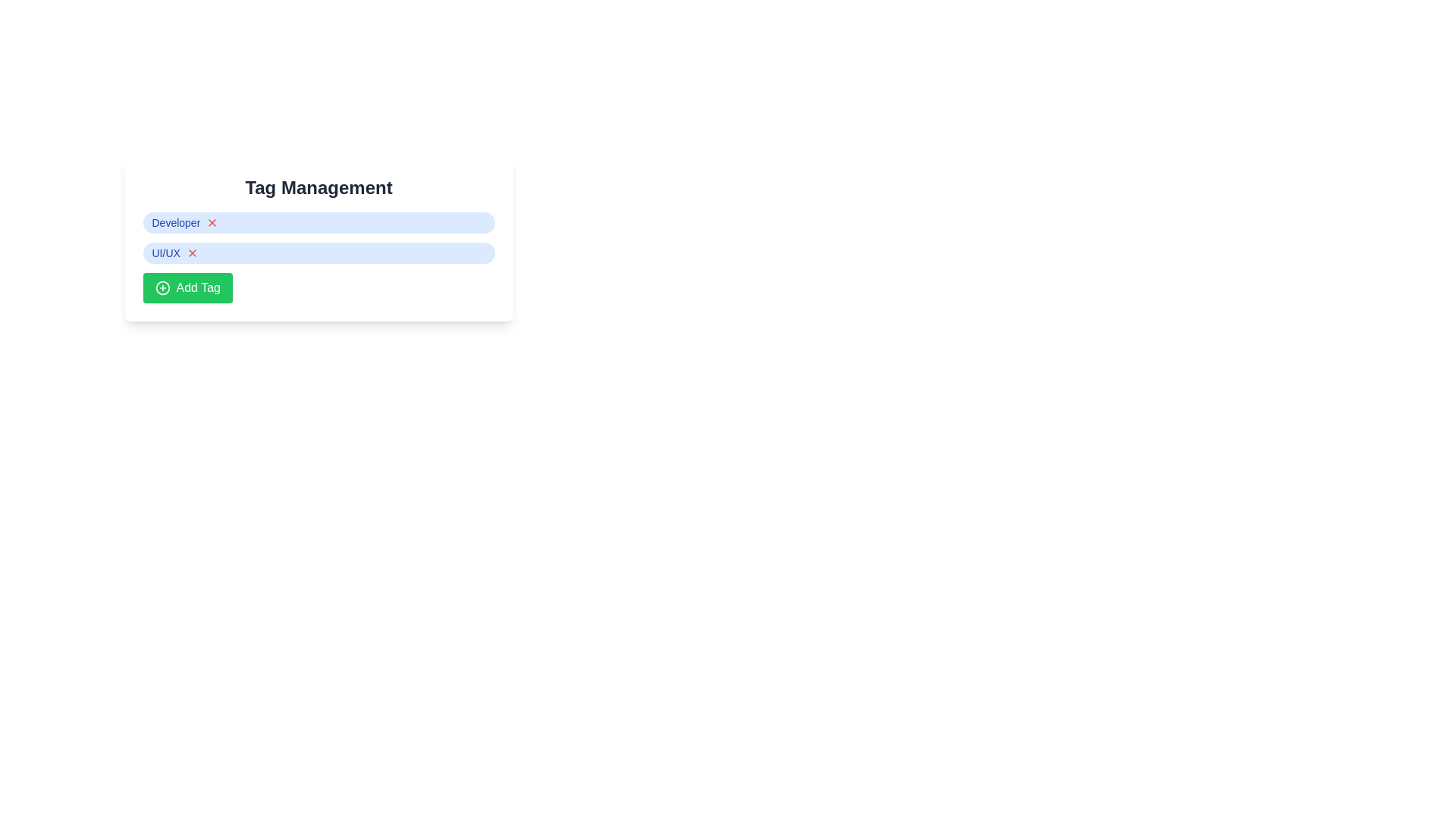 This screenshot has width=1456, height=819. Describe the element at coordinates (162, 288) in the screenshot. I see `the icon located to the left of the 'Add Tag' button at the bottom of the interface` at that location.